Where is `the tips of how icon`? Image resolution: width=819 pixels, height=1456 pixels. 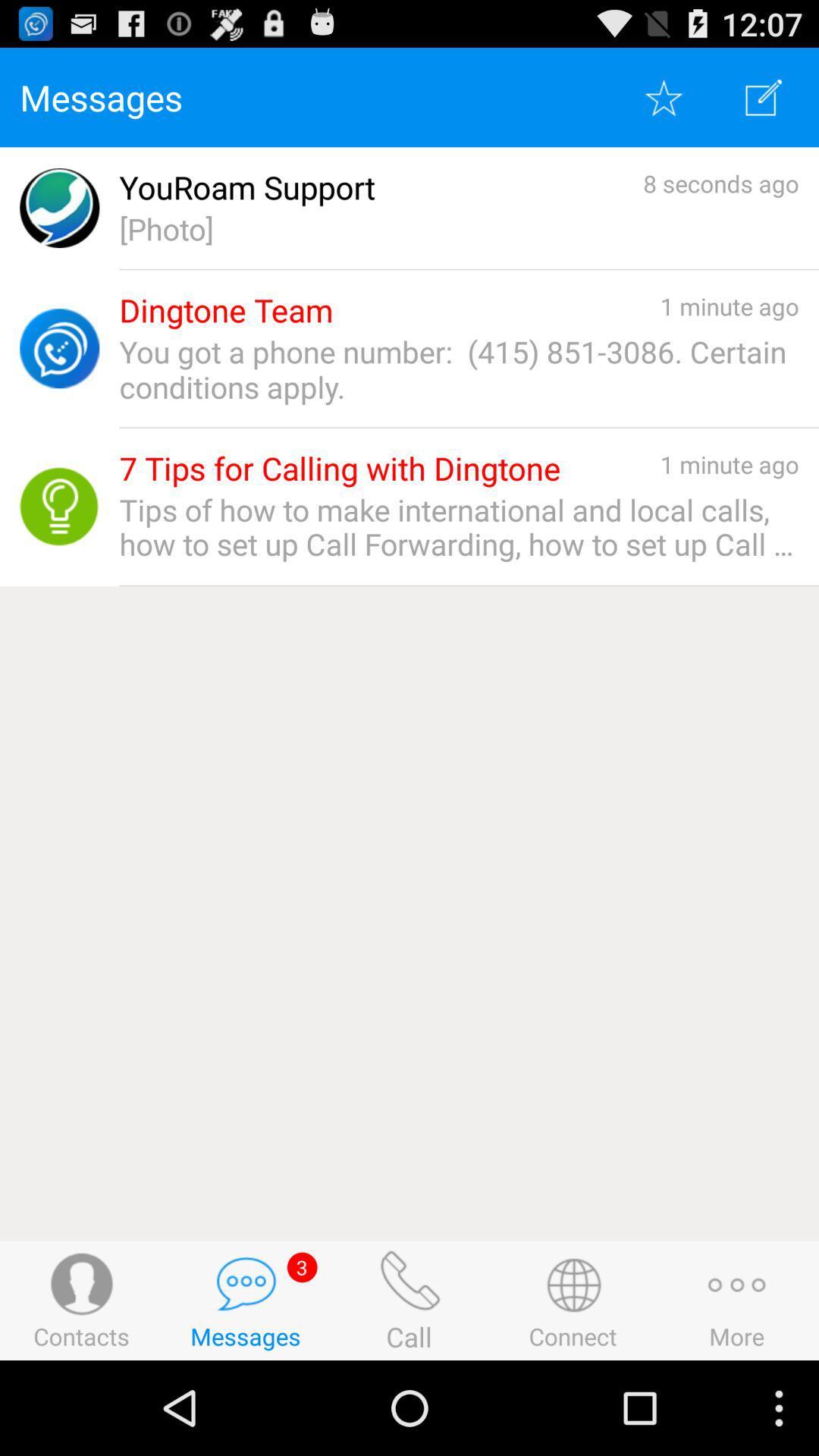 the tips of how icon is located at coordinates (458, 527).